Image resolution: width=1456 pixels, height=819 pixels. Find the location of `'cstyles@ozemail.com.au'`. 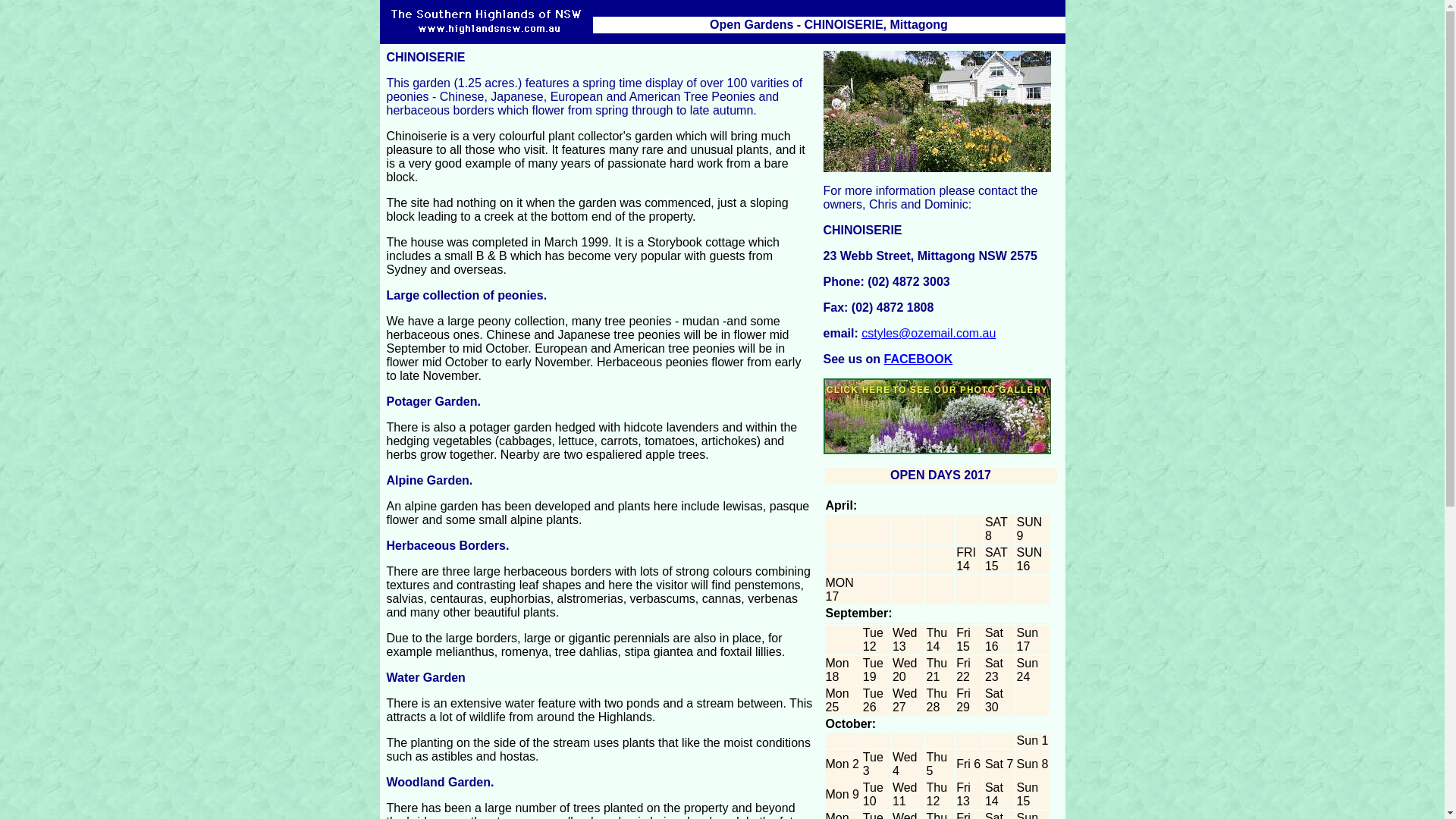

'cstyles@ozemail.com.au' is located at coordinates (927, 332).